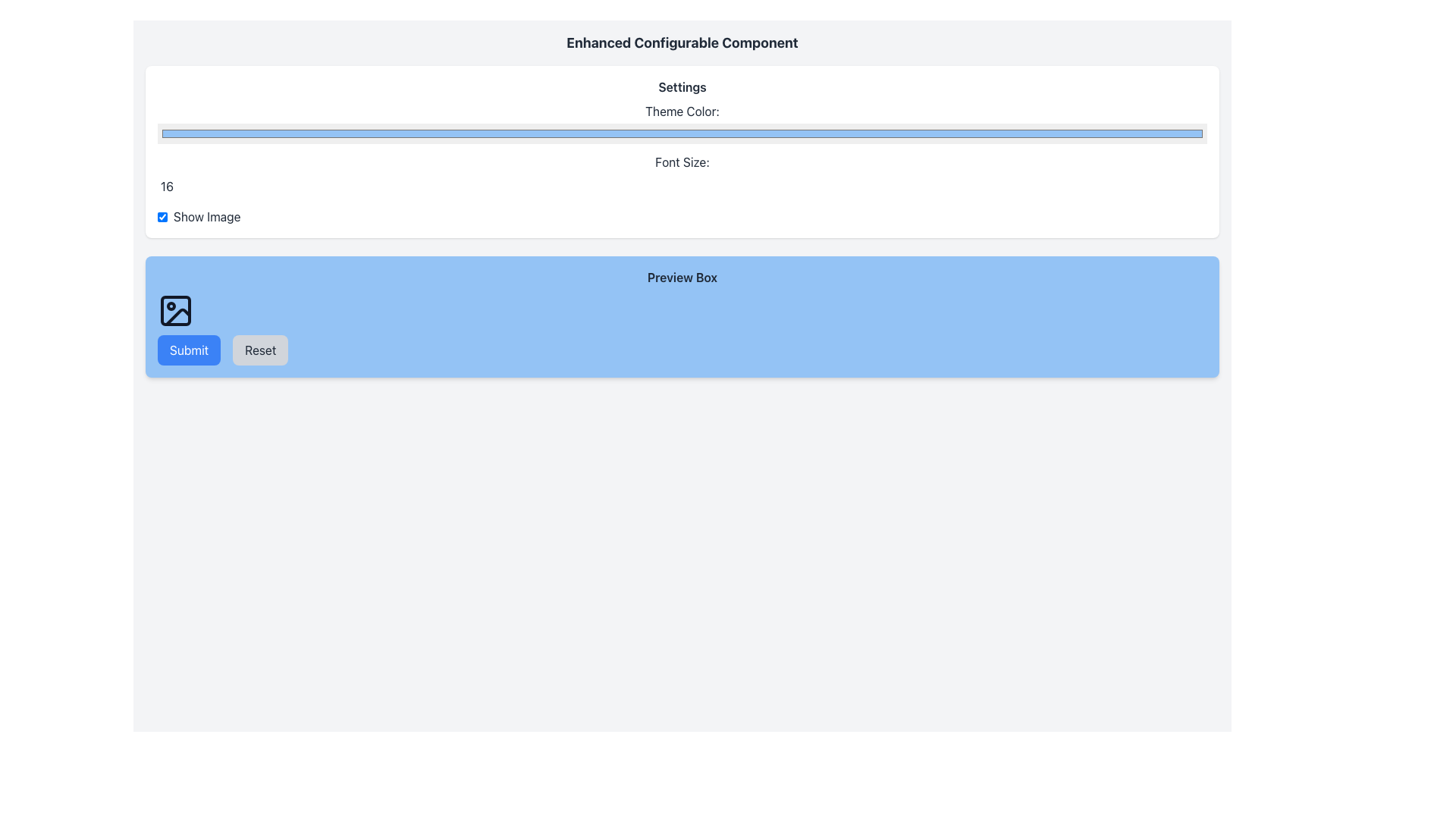  What do you see at coordinates (175, 309) in the screenshot?
I see `the decorative square component with rounded corners, styled with a light blue fill, located at the center of the image icon in the preview box` at bounding box center [175, 309].